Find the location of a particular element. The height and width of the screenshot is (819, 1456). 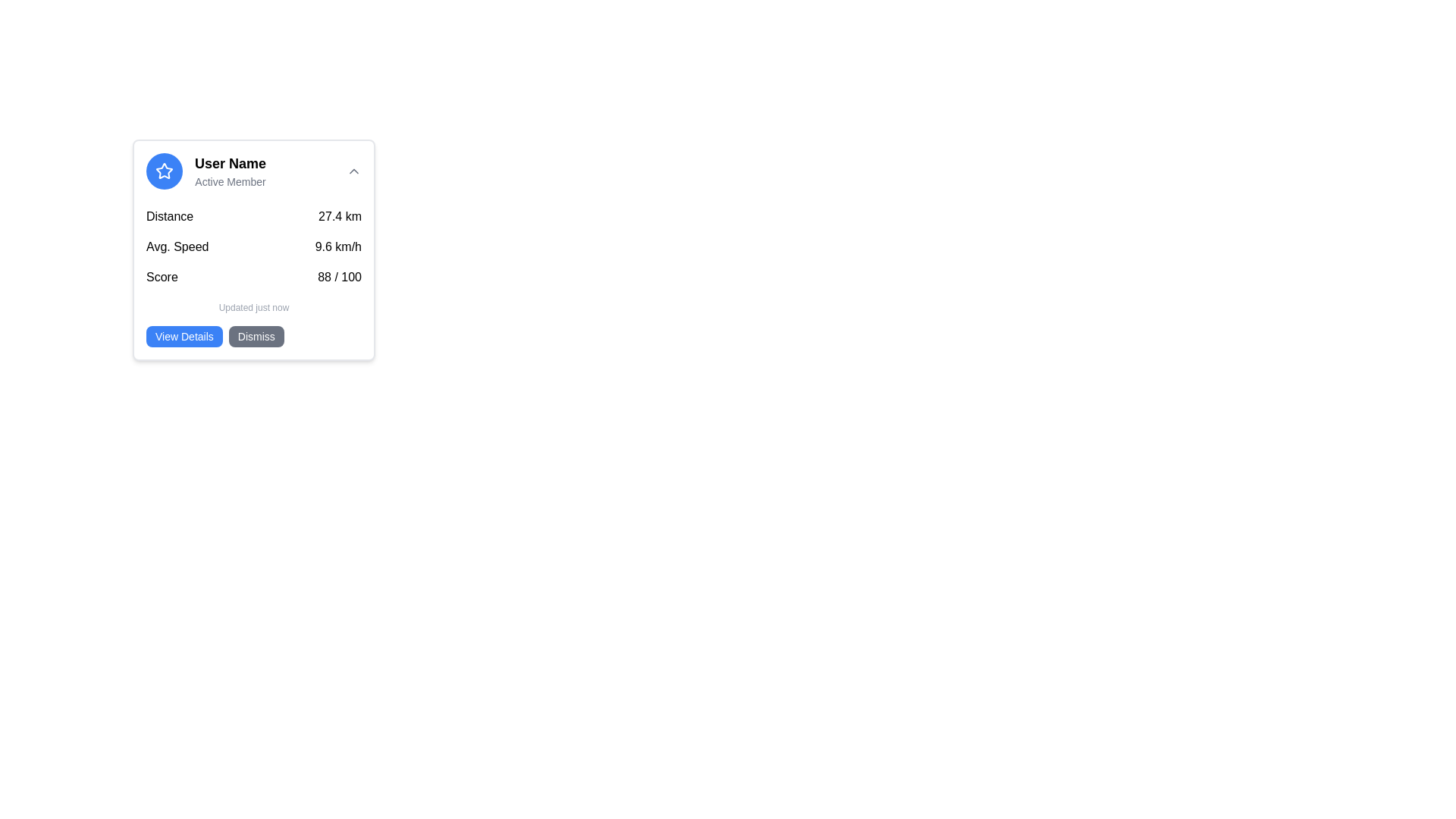

the timestamp text label that indicates the freshness of the displayed data, positioned below the 'Score' row and above the 'View Details' and 'Dismiss' buttons is located at coordinates (254, 307).